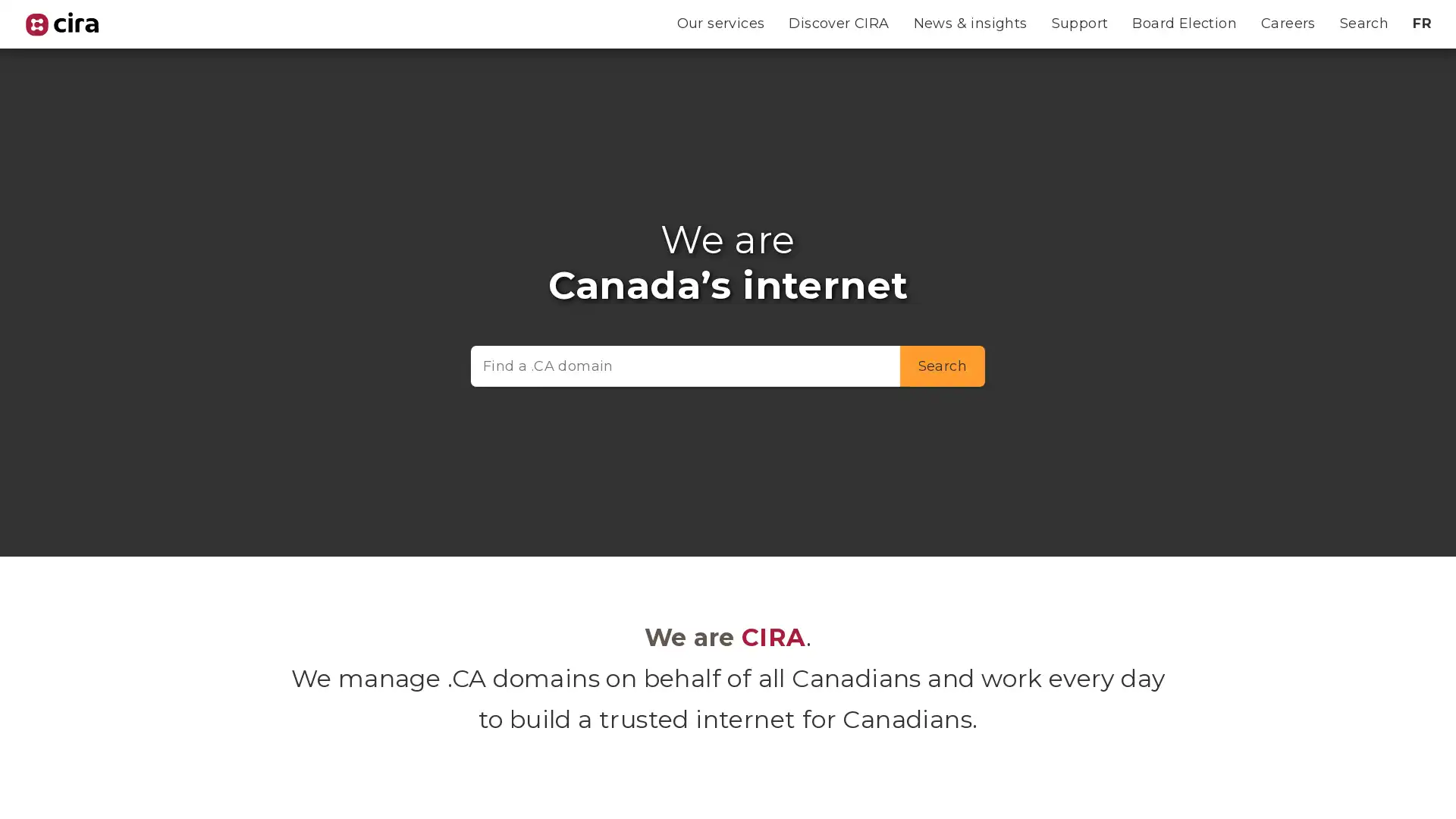 This screenshot has height=819, width=1456. Describe the element at coordinates (942, 366) in the screenshot. I see `Search` at that location.